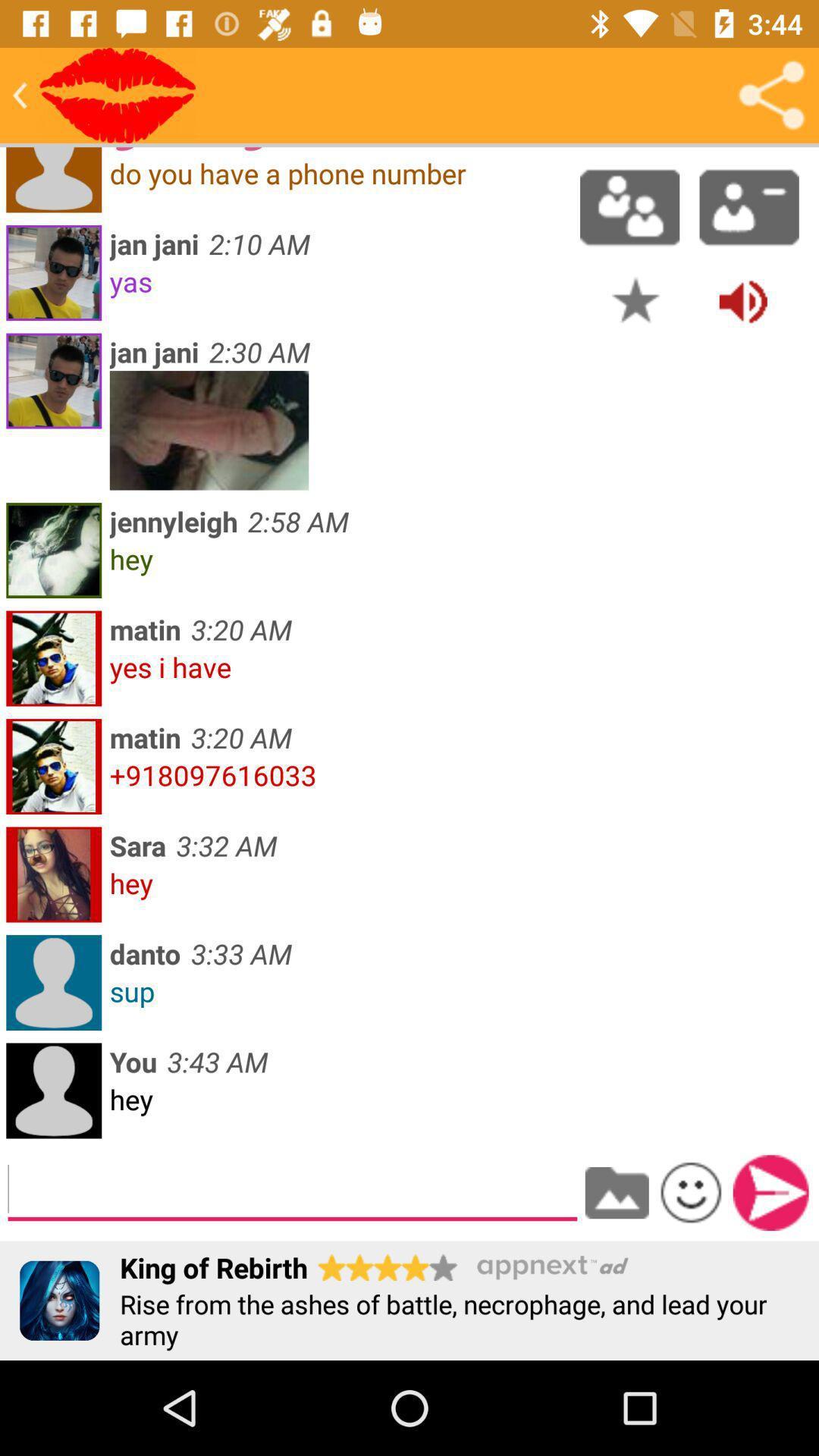  I want to click on next page button, so click(770, 1192).